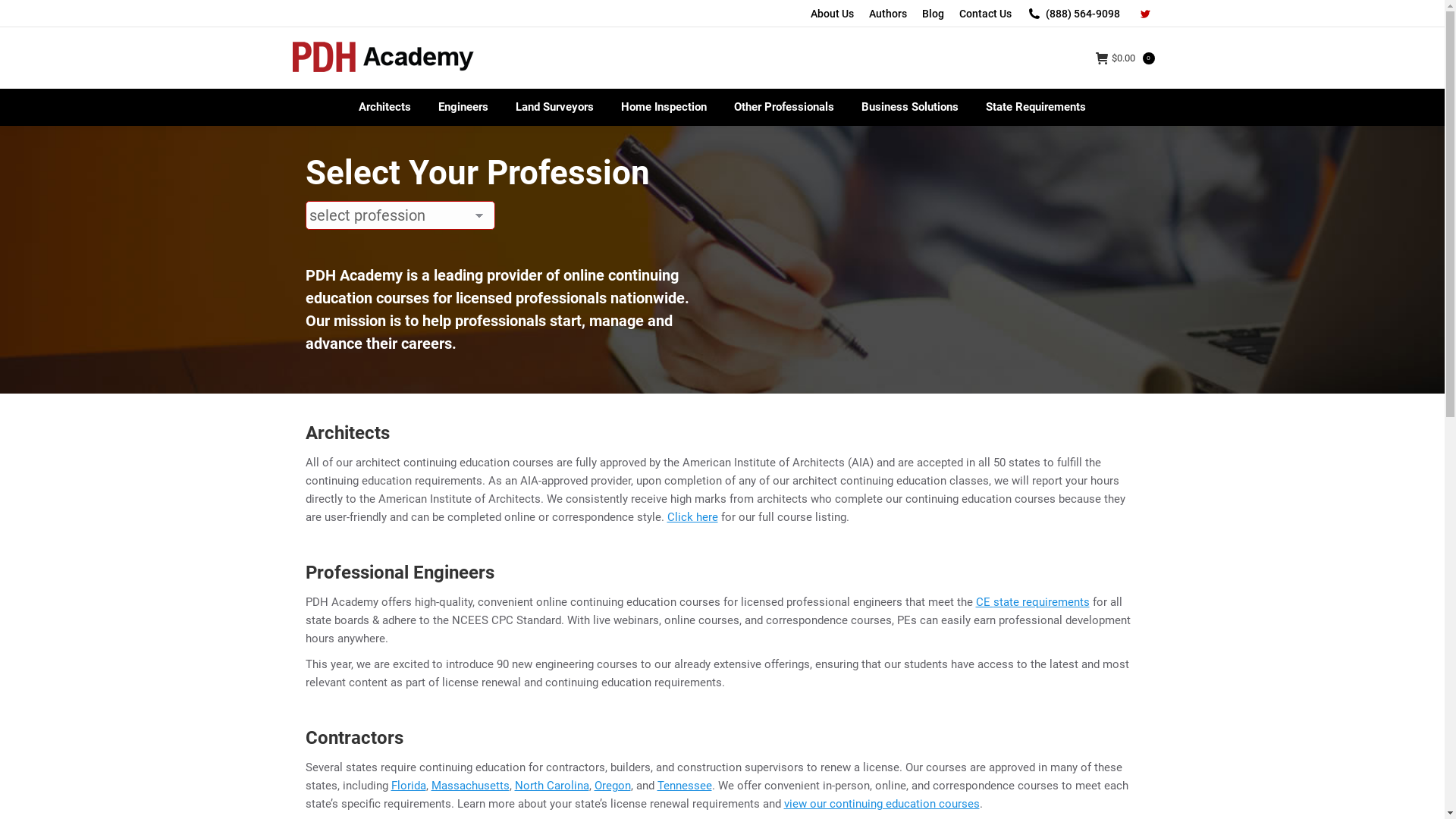 Image resolution: width=1456 pixels, height=819 pixels. Describe the element at coordinates (612, 785) in the screenshot. I see `'Oregon'` at that location.